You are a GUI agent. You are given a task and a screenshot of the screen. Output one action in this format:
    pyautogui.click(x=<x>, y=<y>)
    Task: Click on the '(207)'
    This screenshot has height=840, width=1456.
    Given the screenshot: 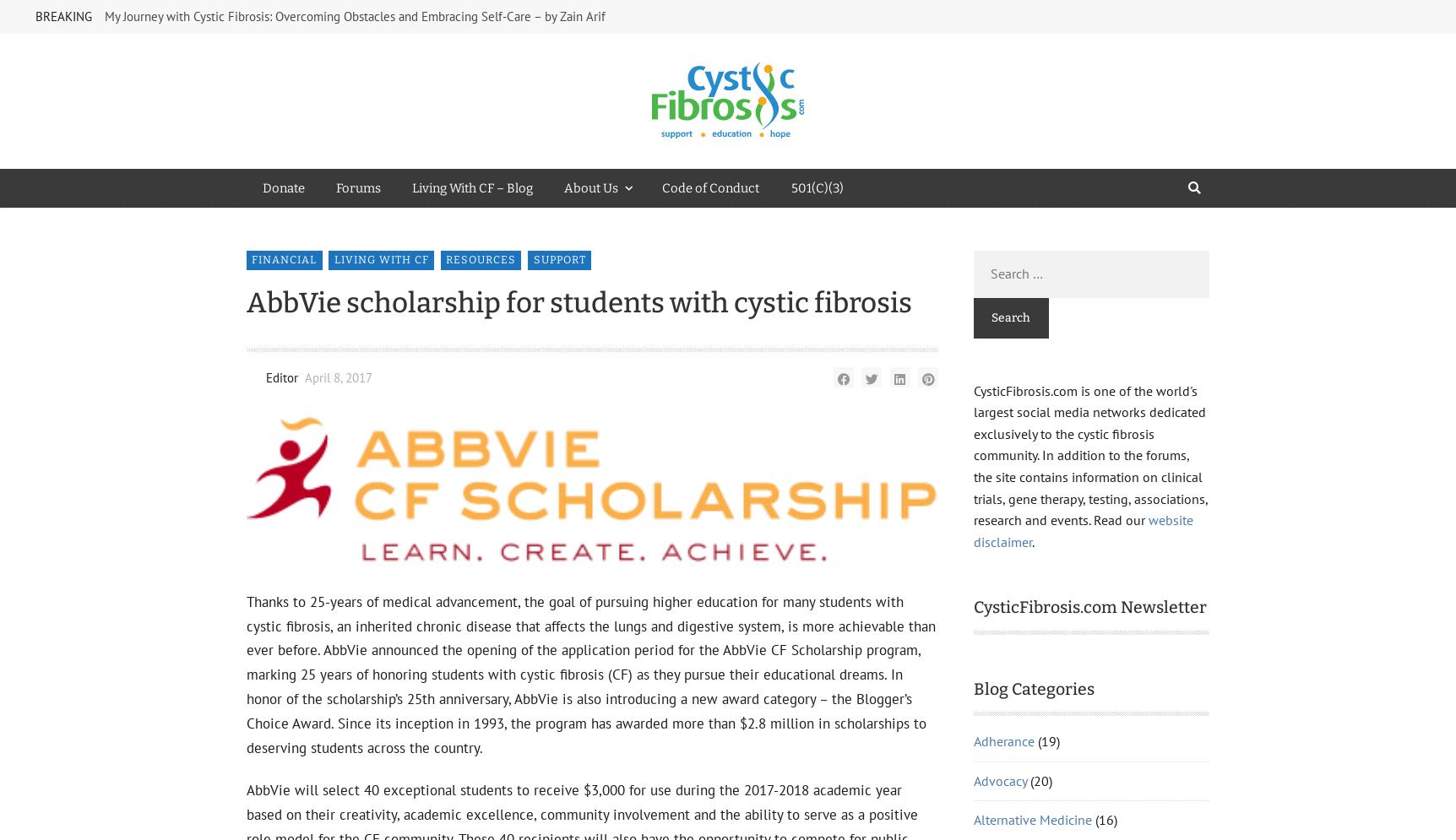 What is the action you would take?
    pyautogui.click(x=1072, y=604)
    